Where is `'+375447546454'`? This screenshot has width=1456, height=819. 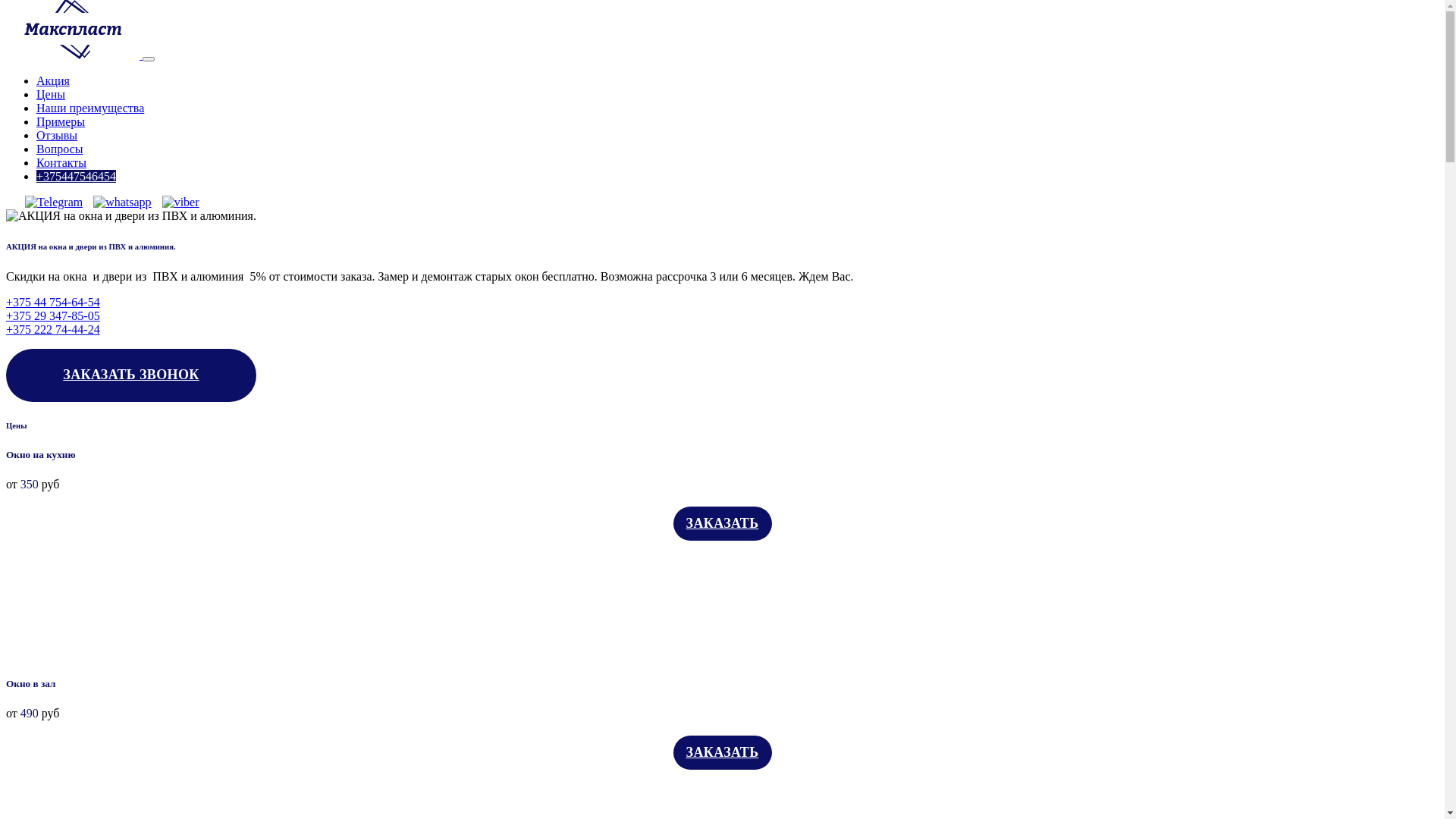 '+375447546454' is located at coordinates (75, 175).